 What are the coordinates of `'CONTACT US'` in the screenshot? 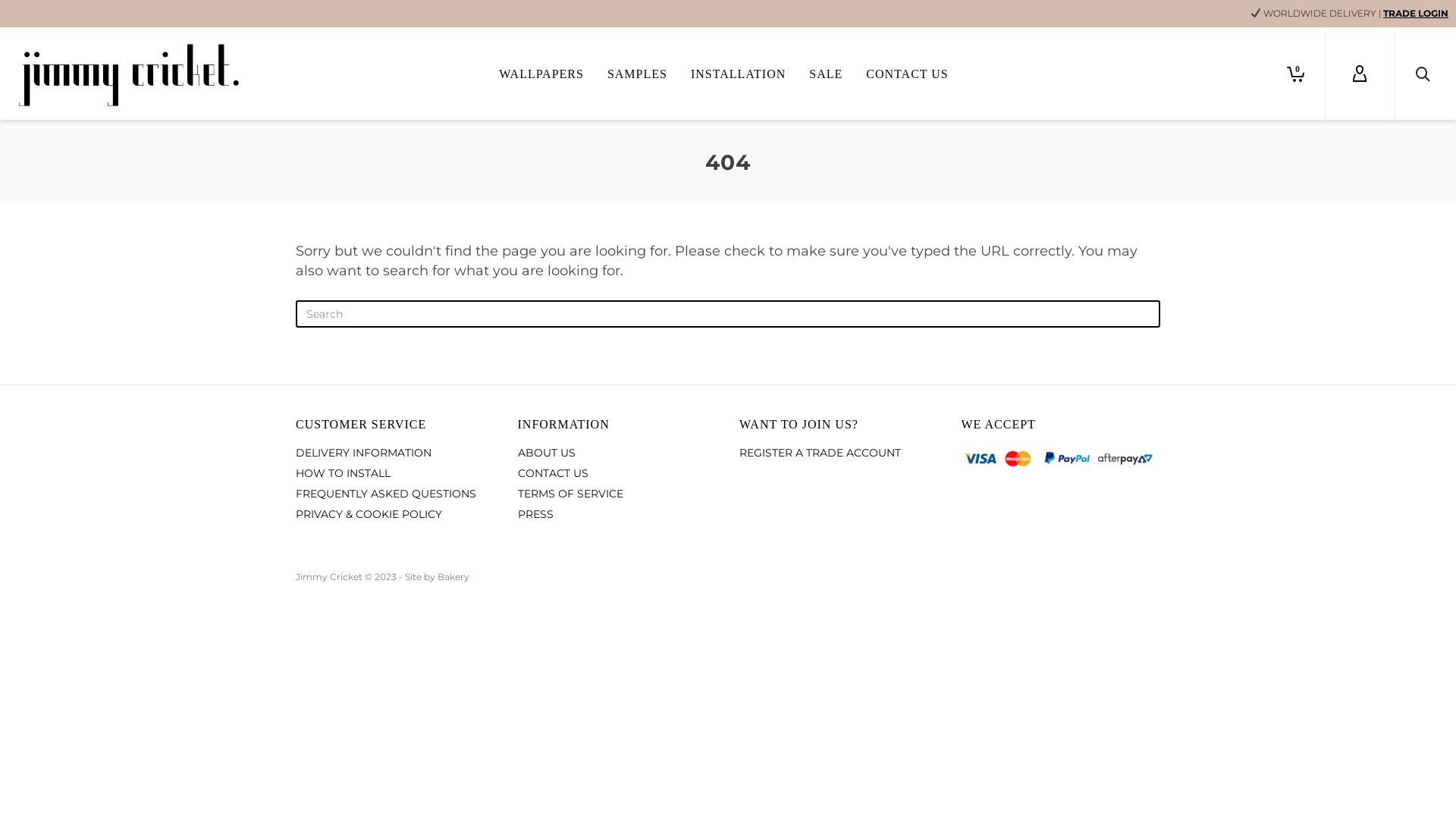 It's located at (855, 74).